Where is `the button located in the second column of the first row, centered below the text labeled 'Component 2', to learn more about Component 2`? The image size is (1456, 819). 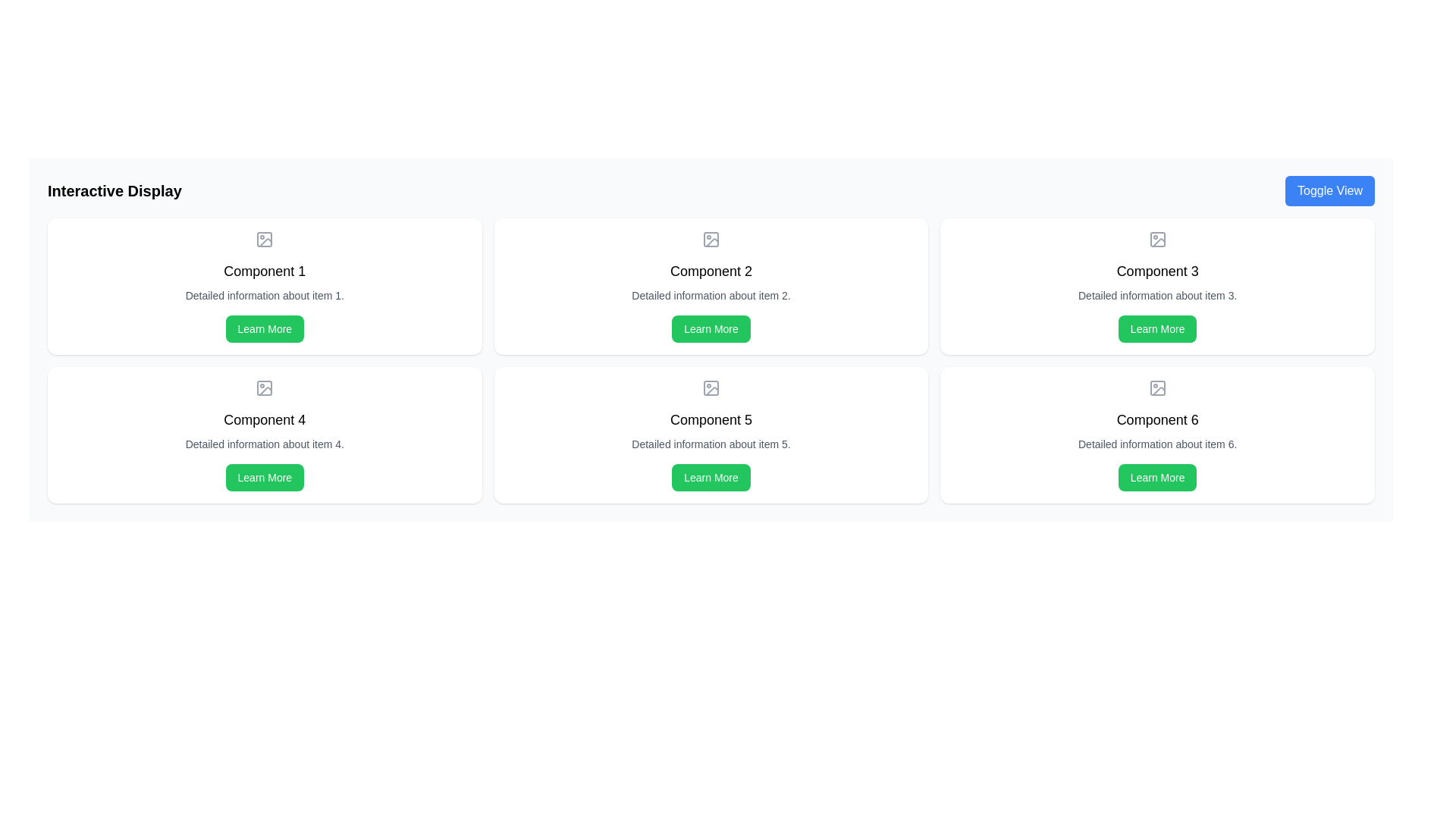 the button located in the second column of the first row, centered below the text labeled 'Component 2', to learn more about Component 2 is located at coordinates (710, 328).